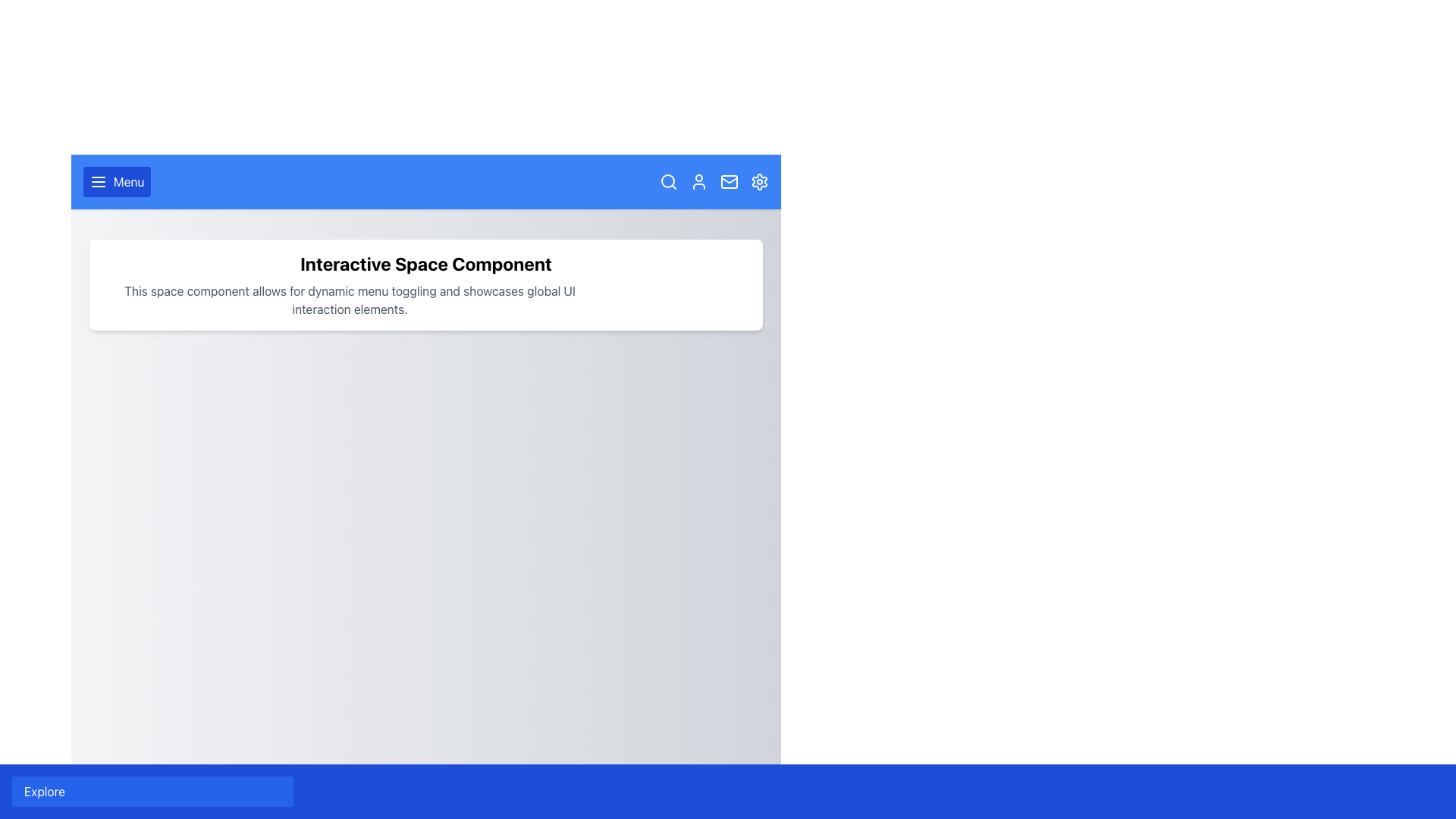  I want to click on the mail or messaging icon button located at the top-right corner of the interface, which is the third icon from the right in a row of icons, so click(729, 180).